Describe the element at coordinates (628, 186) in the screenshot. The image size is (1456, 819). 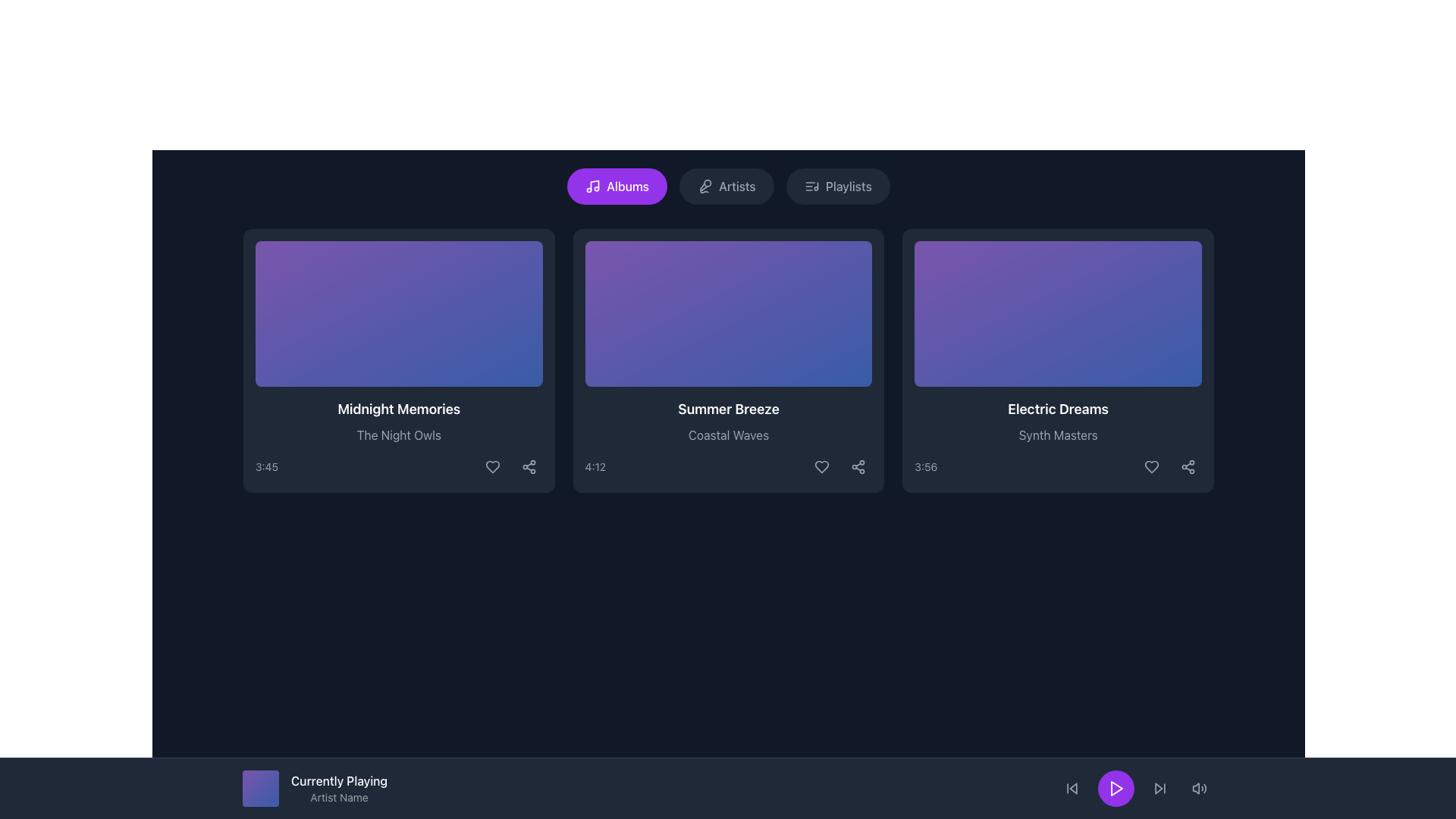
I see `the 'Albums' text label, which is displayed in white on a purple rounded rectangular button` at that location.